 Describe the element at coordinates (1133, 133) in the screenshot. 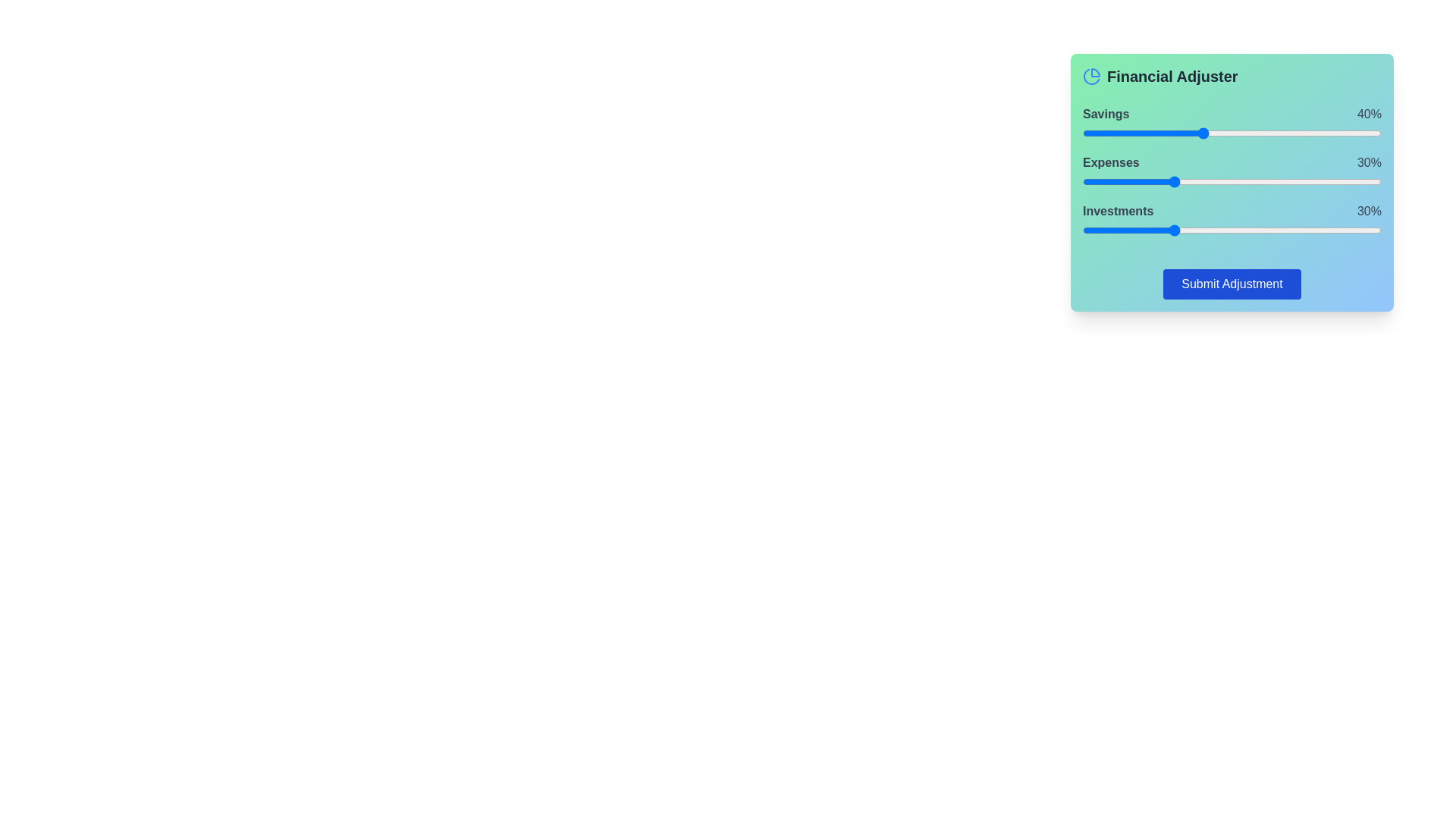

I see `the savings slider to set the percentage to 17` at that location.